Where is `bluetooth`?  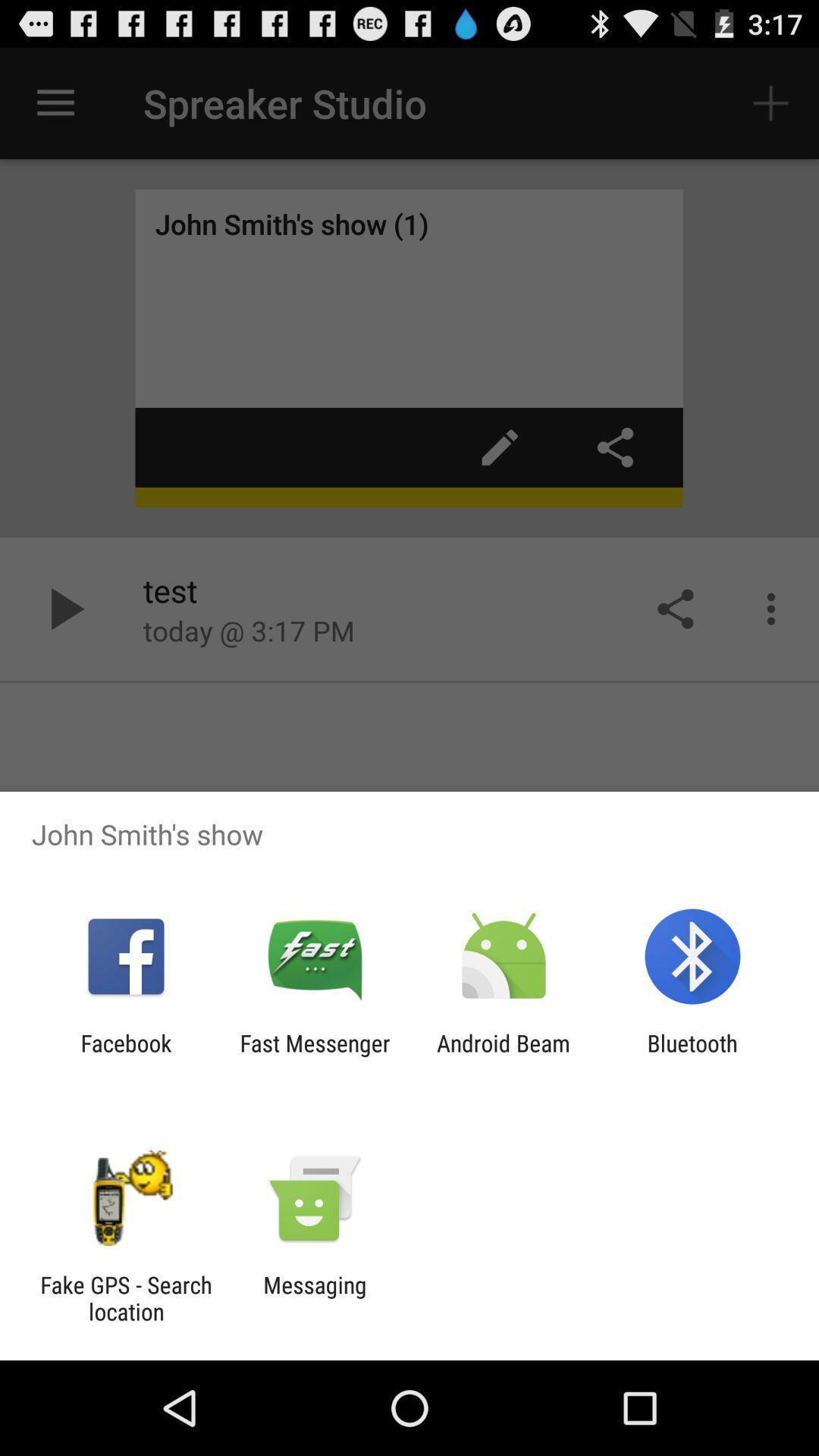 bluetooth is located at coordinates (692, 1056).